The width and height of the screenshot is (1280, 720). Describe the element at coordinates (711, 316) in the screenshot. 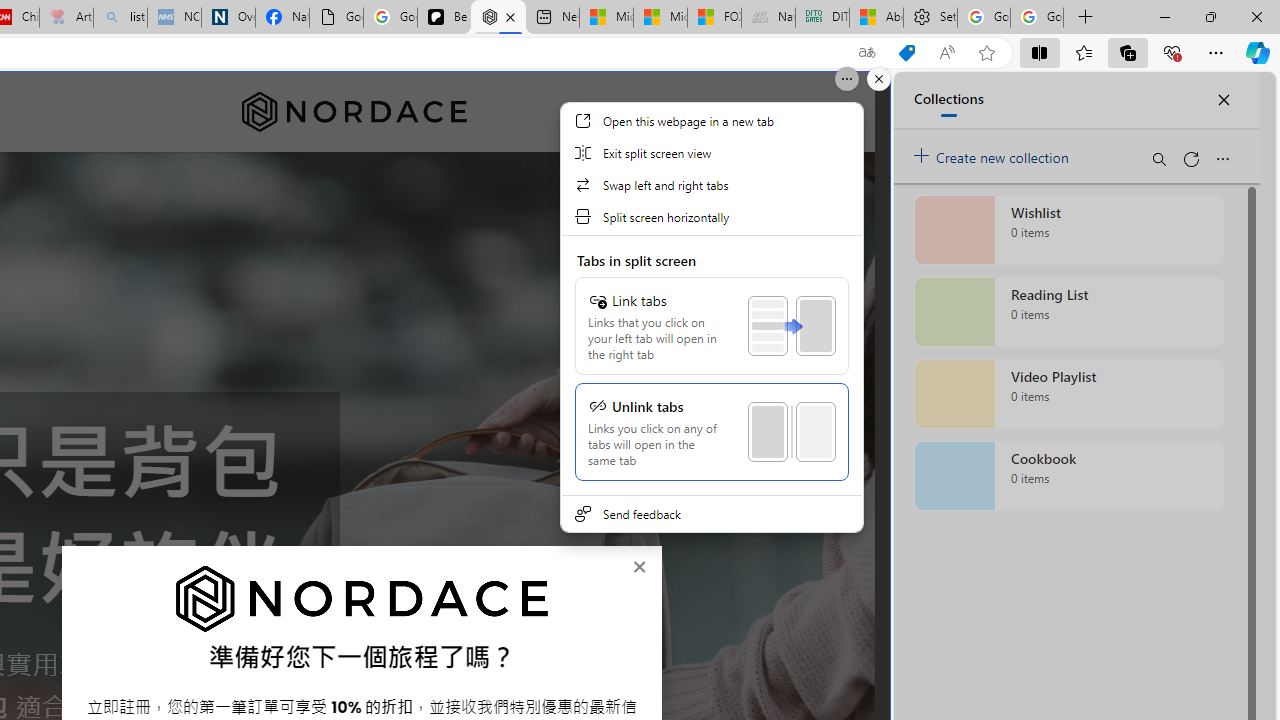

I see `'Class: SubmenuView'` at that location.